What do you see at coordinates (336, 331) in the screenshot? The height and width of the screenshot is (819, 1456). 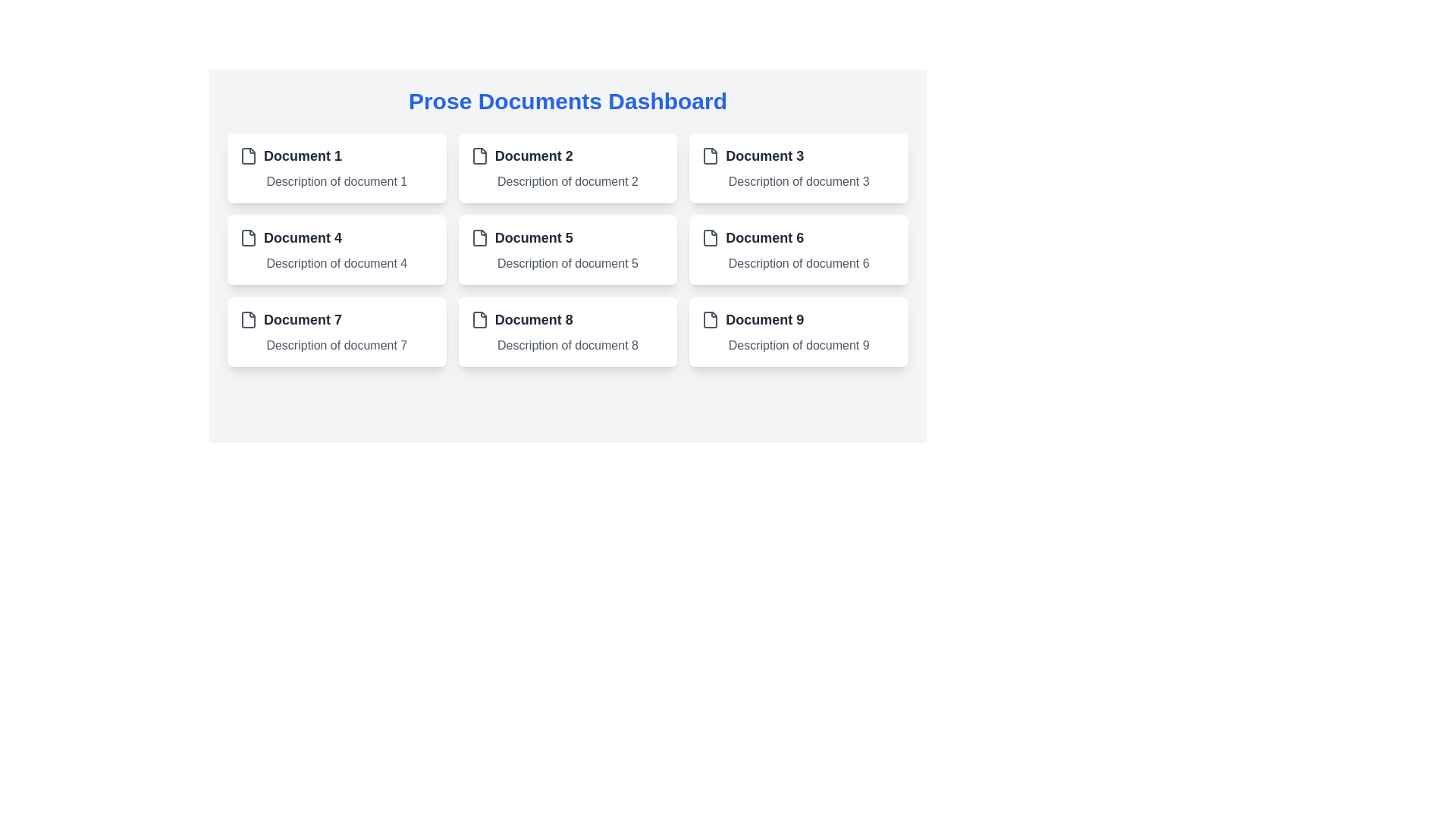 I see `the Card UI component located in the bottom left of the grid, specifically in the first column of the third row` at bounding box center [336, 331].